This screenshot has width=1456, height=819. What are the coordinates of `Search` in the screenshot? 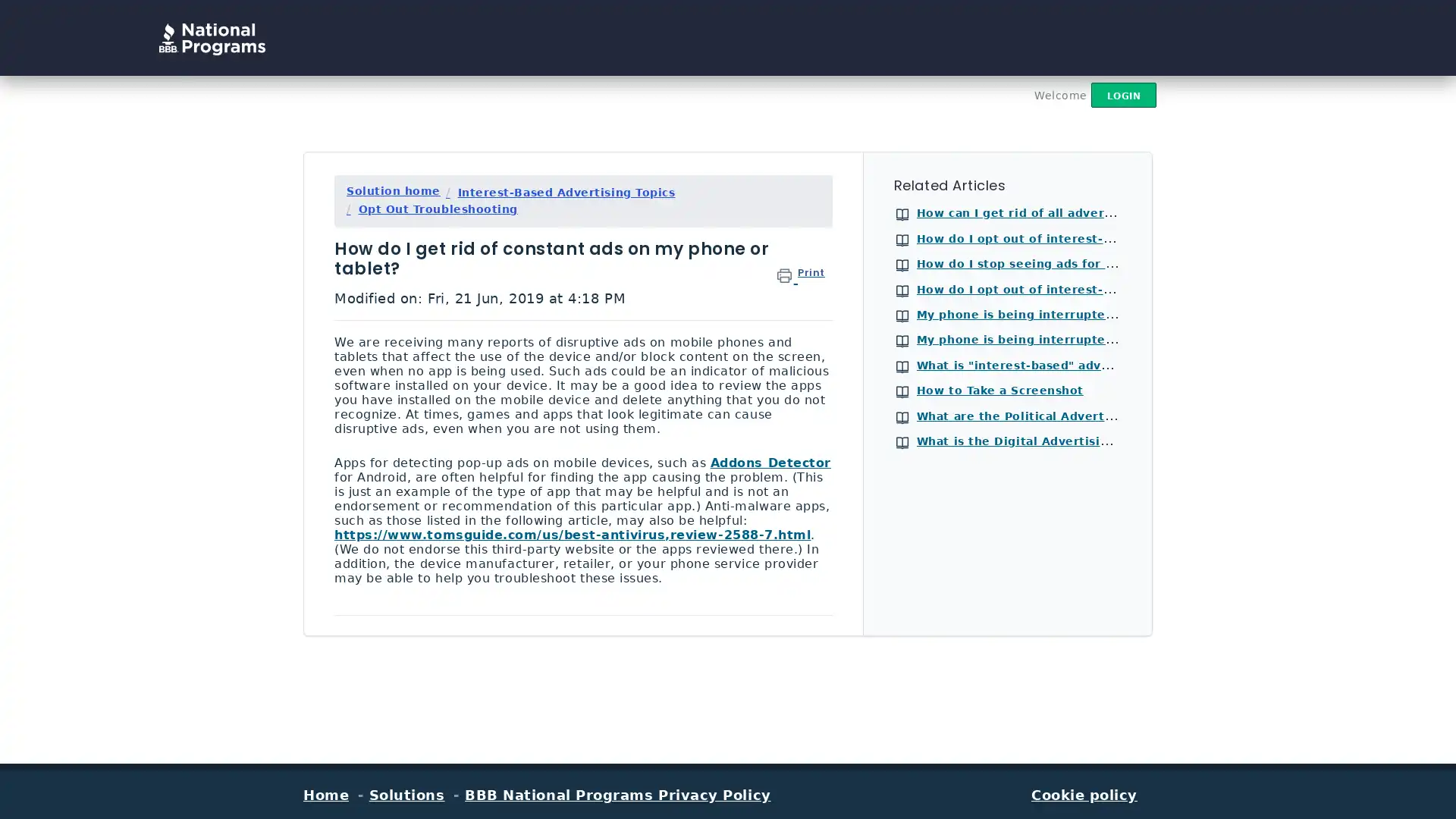 It's located at (334, 57).